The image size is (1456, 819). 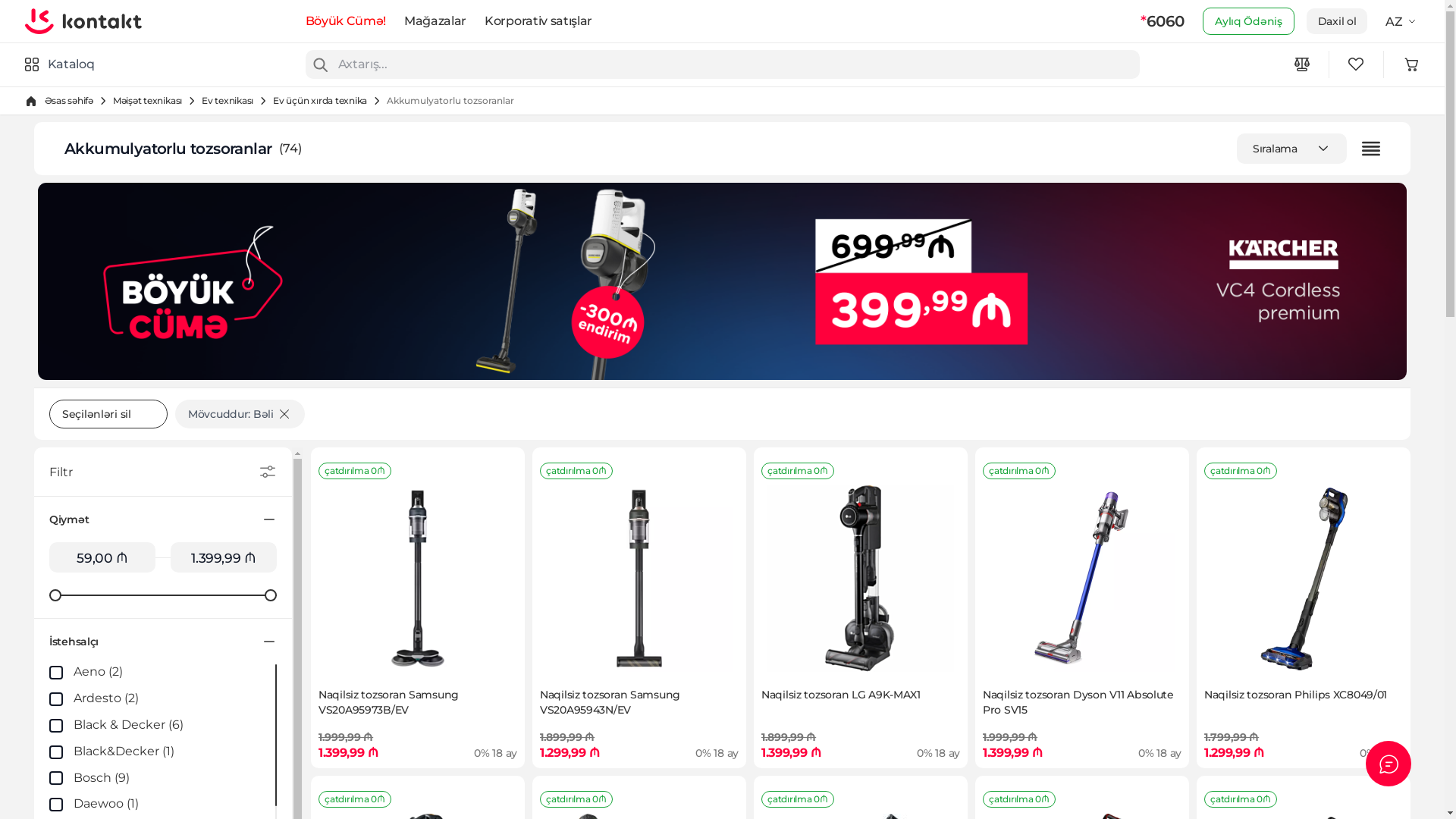 I want to click on 'Naqilsiz tozsoran Samsung VS20A95943N/EV ', so click(x=546, y=579).